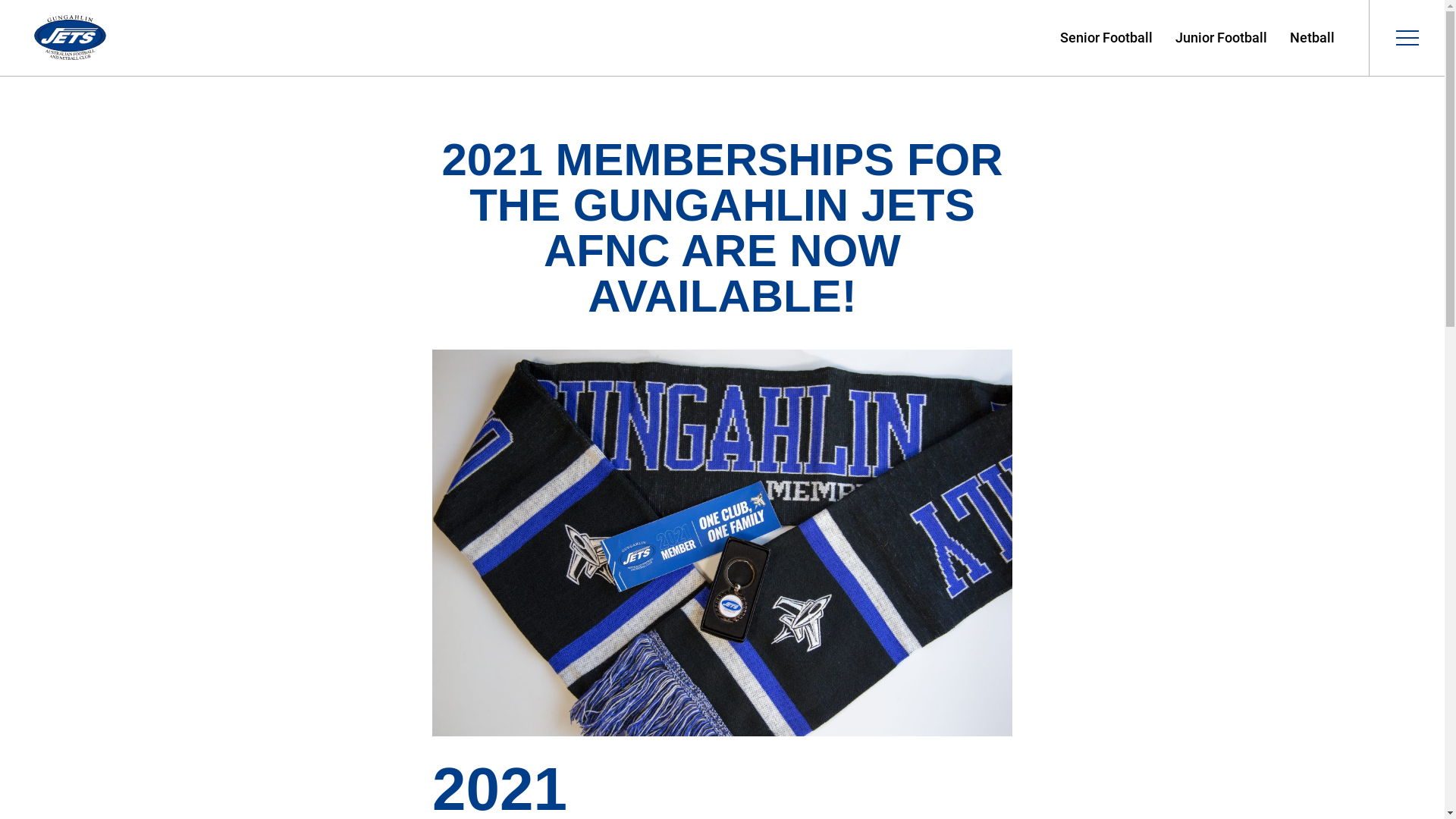  Describe the element at coordinates (1221, 37) in the screenshot. I see `'Junior Football'` at that location.